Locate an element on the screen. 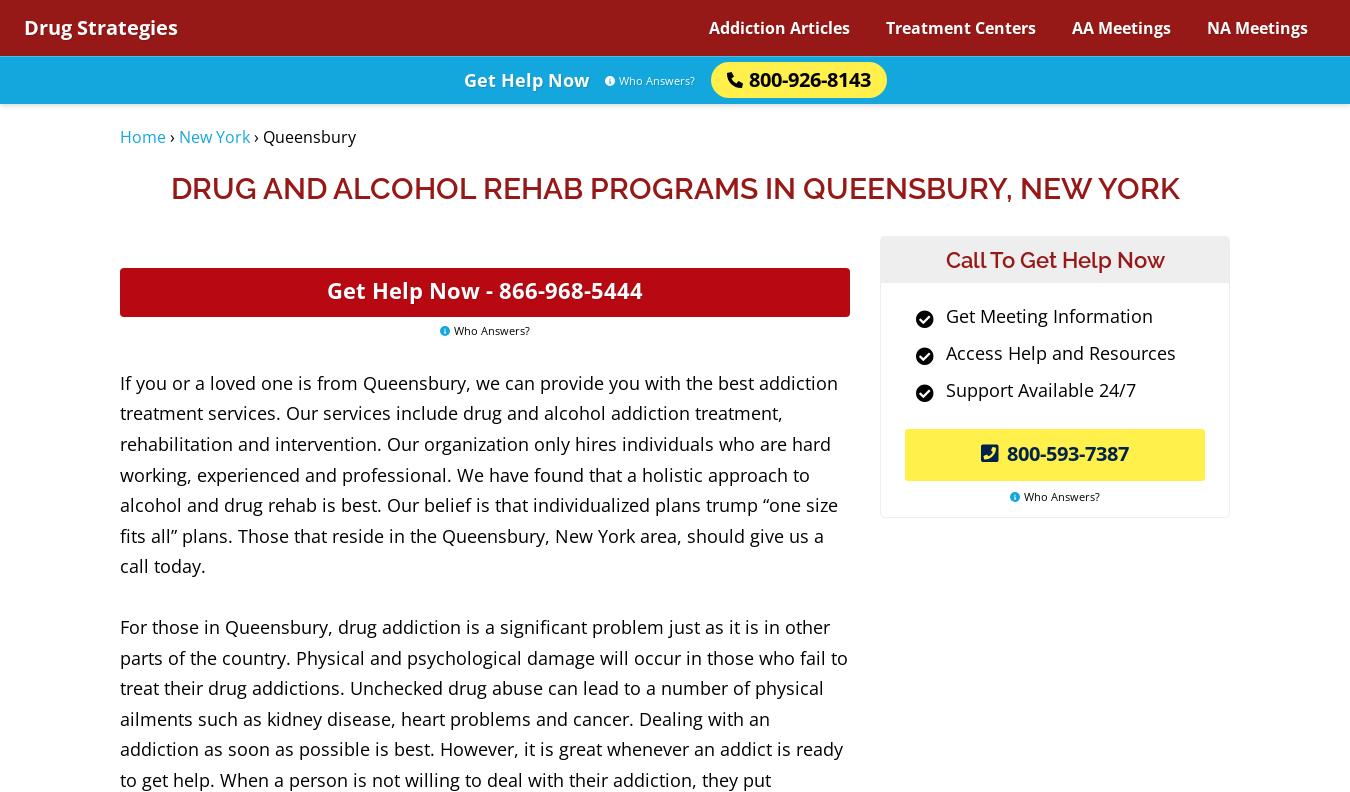 This screenshot has width=1350, height=792. 'Access Help and Resources' is located at coordinates (1060, 352).